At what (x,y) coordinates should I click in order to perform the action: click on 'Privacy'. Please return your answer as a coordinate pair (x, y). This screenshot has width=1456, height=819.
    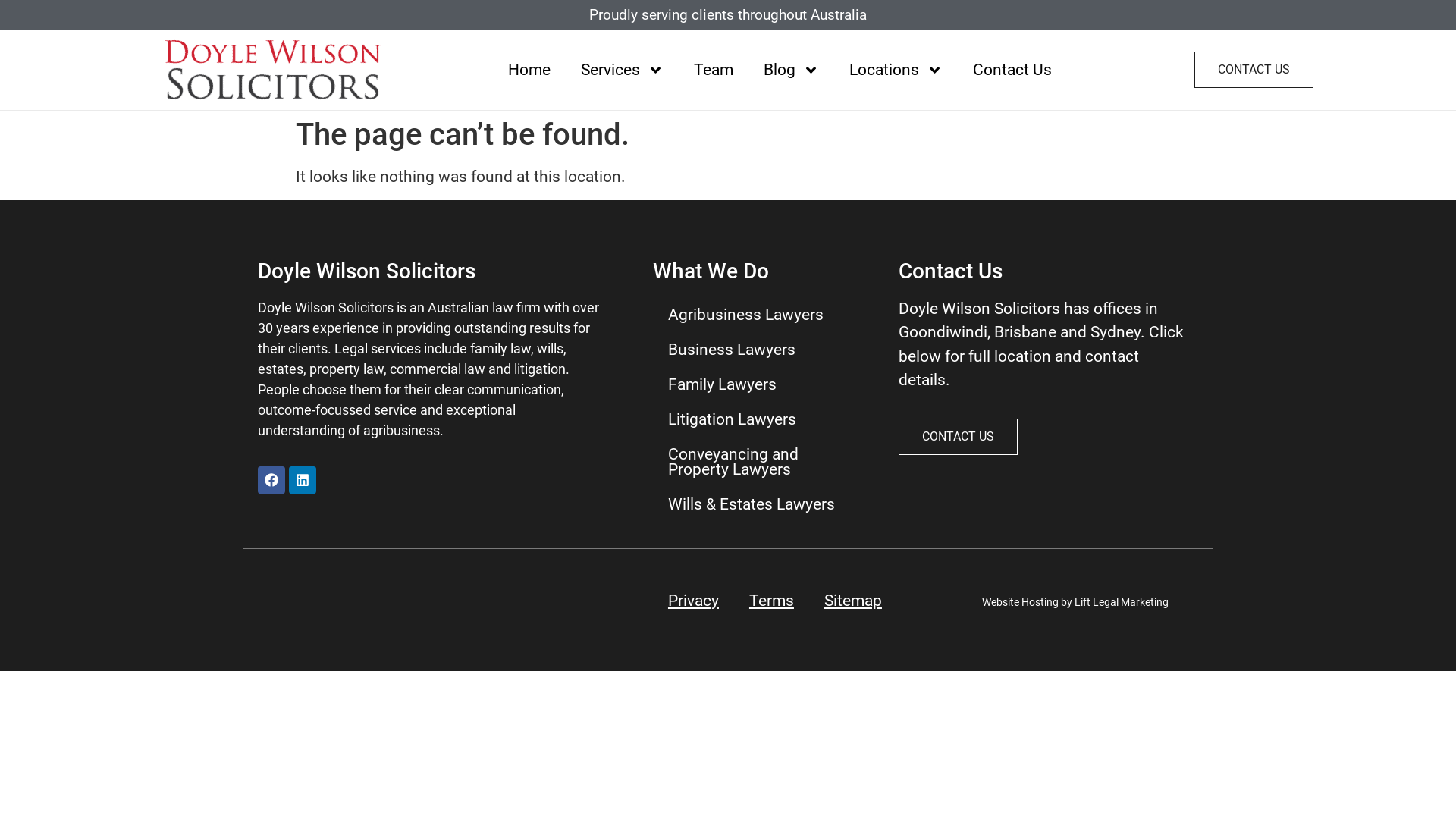
    Looking at the image, I should click on (692, 599).